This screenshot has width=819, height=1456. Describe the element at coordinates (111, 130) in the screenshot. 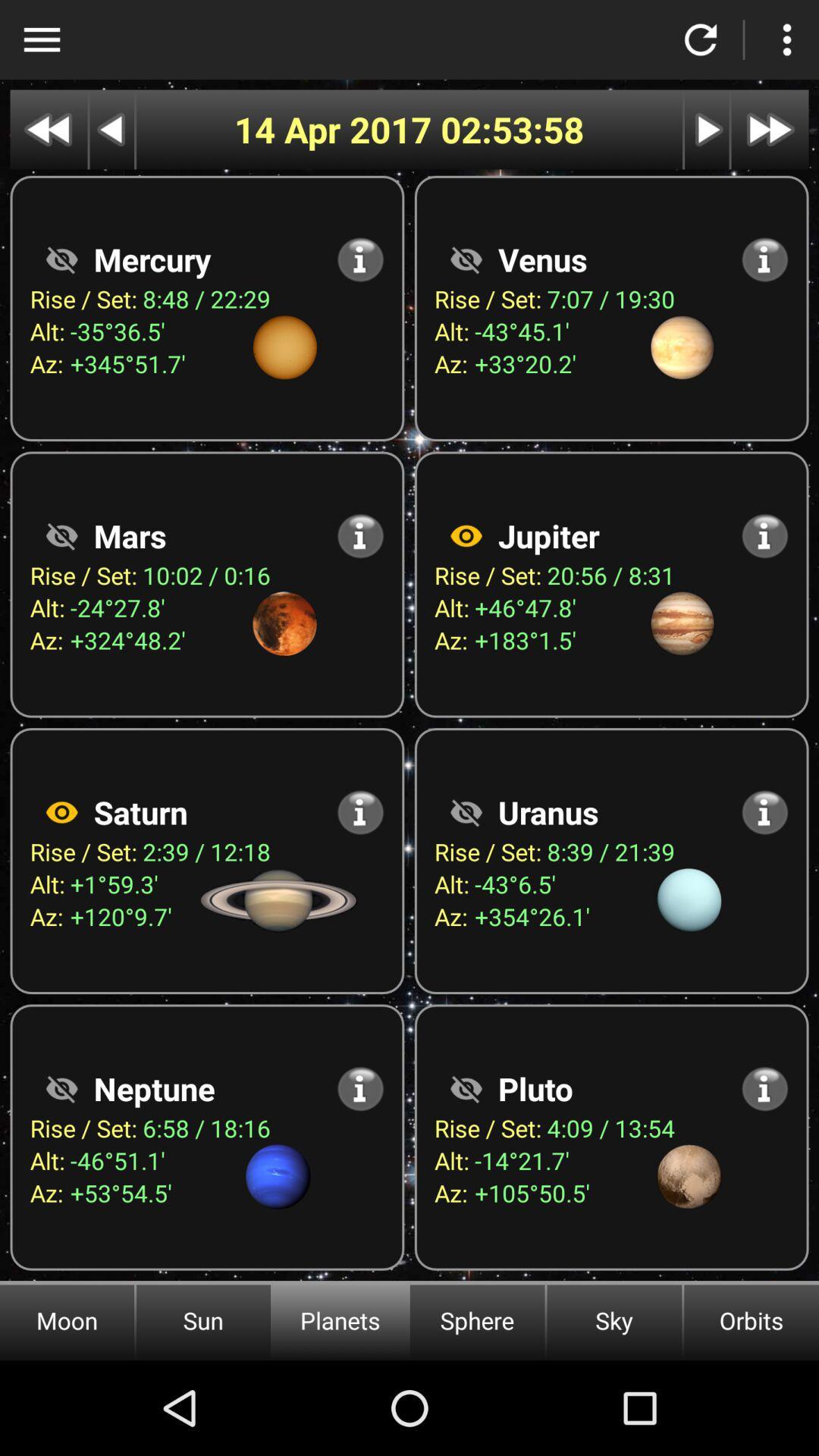

I see `go back` at that location.